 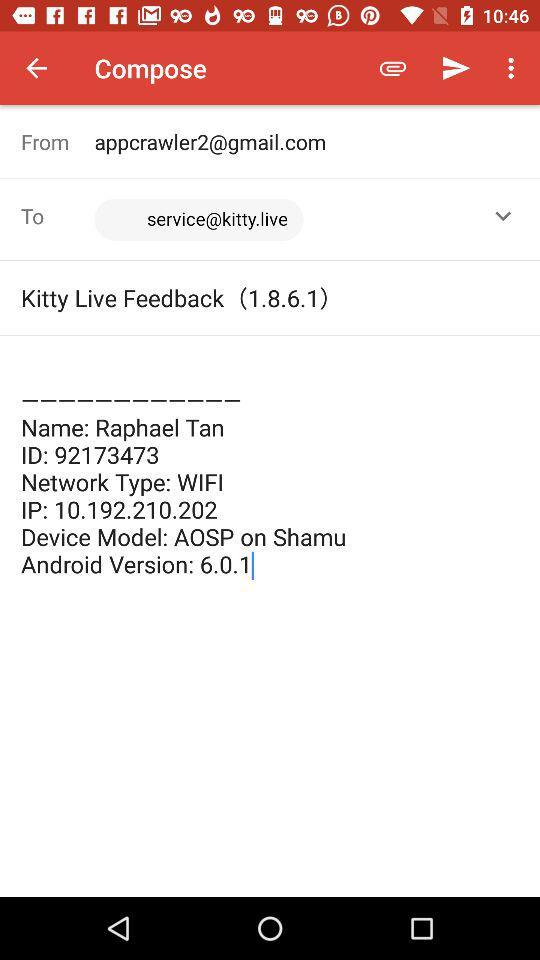 What do you see at coordinates (270, 468) in the screenshot?
I see `the name raphael tan item` at bounding box center [270, 468].